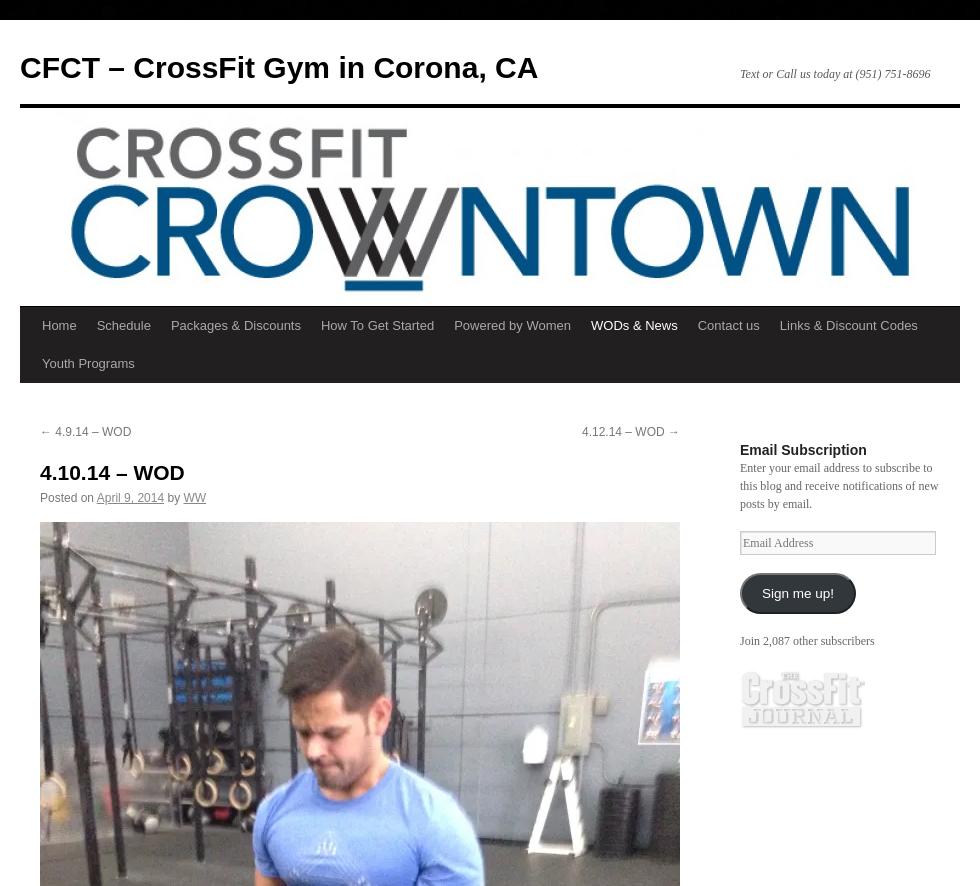 The width and height of the screenshot is (980, 886). Describe the element at coordinates (807, 641) in the screenshot. I see `'Join 2,087 other subscribers'` at that location.